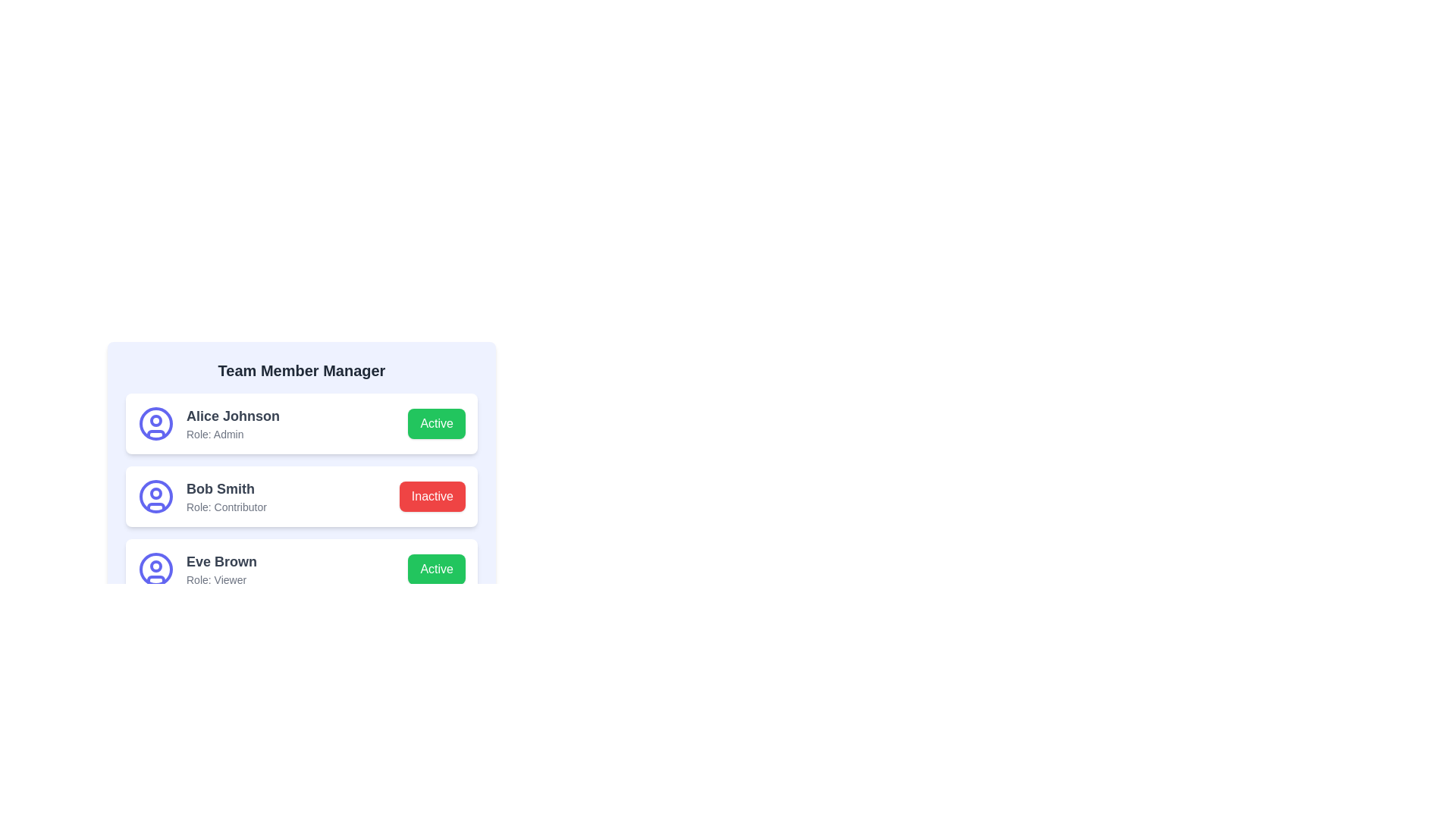 This screenshot has height=819, width=1456. Describe the element at coordinates (225, 488) in the screenshot. I see `the Text Label displaying the name 'Bob Smith' styled in bold, large font, located in the list of team members as the second entry` at that location.